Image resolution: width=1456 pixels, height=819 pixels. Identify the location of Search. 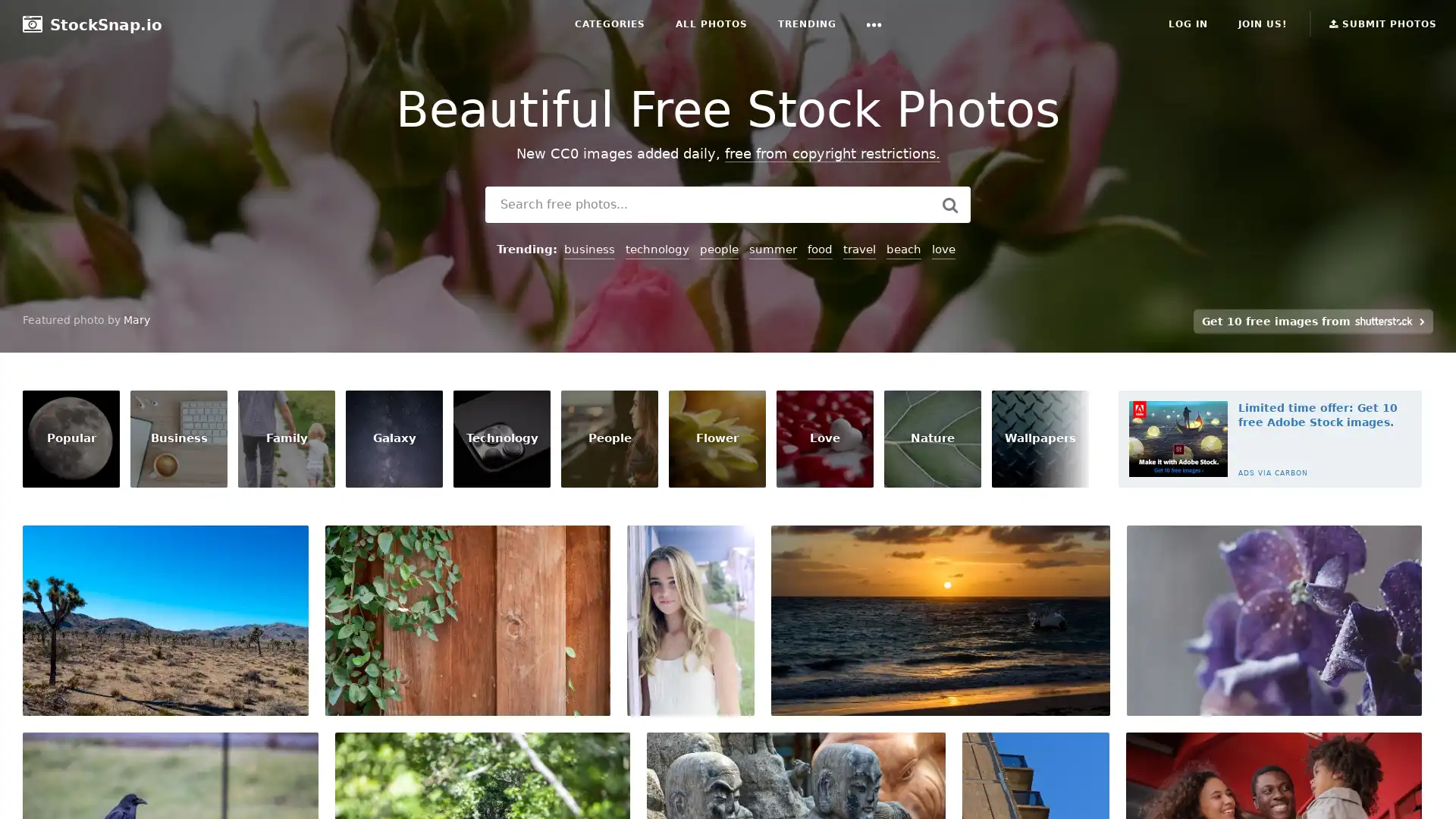
(949, 205).